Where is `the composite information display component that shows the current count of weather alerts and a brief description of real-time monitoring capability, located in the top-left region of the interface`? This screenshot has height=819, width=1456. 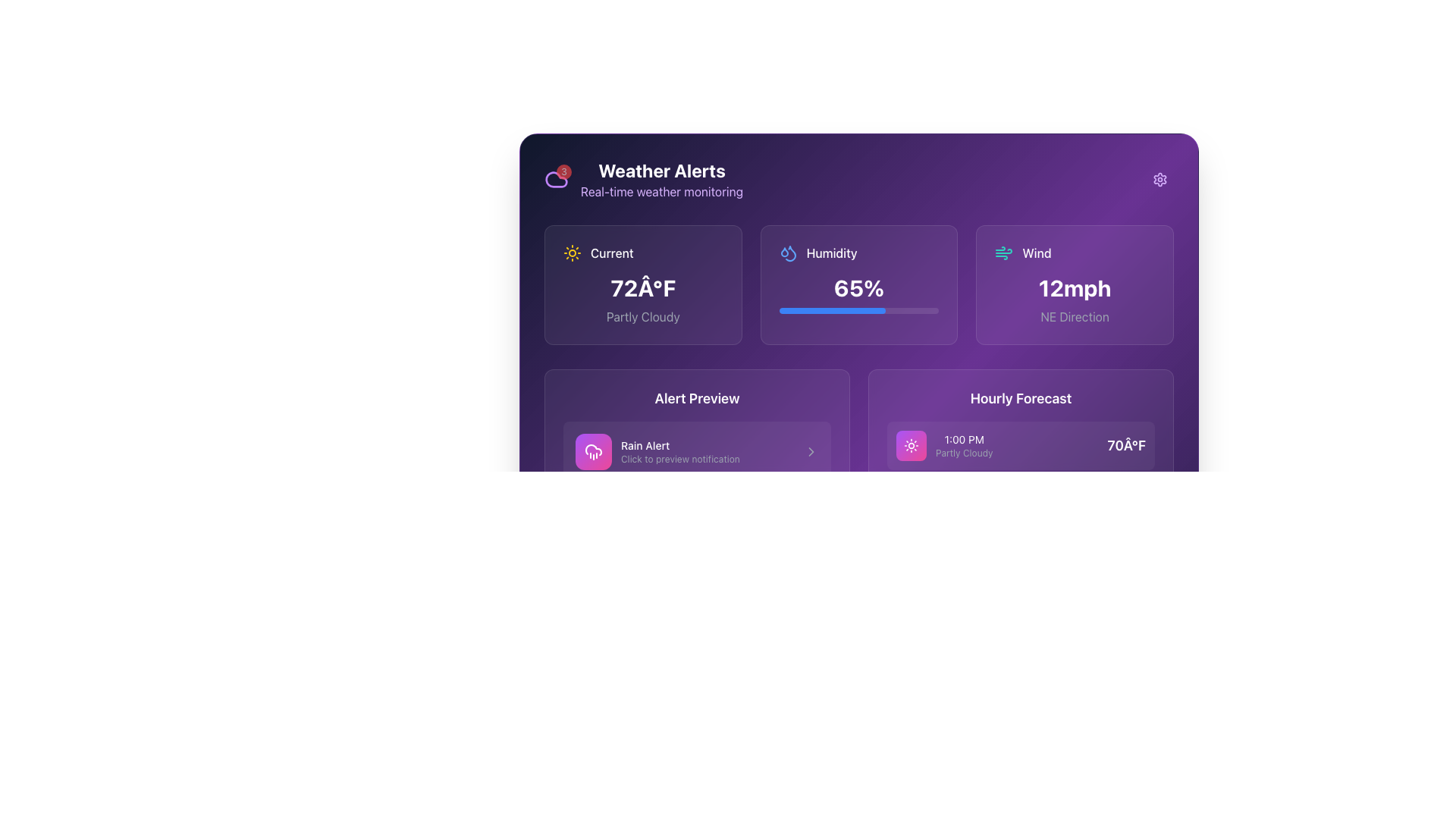
the composite information display component that shows the current count of weather alerts and a brief description of real-time monitoring capability, located in the top-left region of the interface is located at coordinates (644, 178).